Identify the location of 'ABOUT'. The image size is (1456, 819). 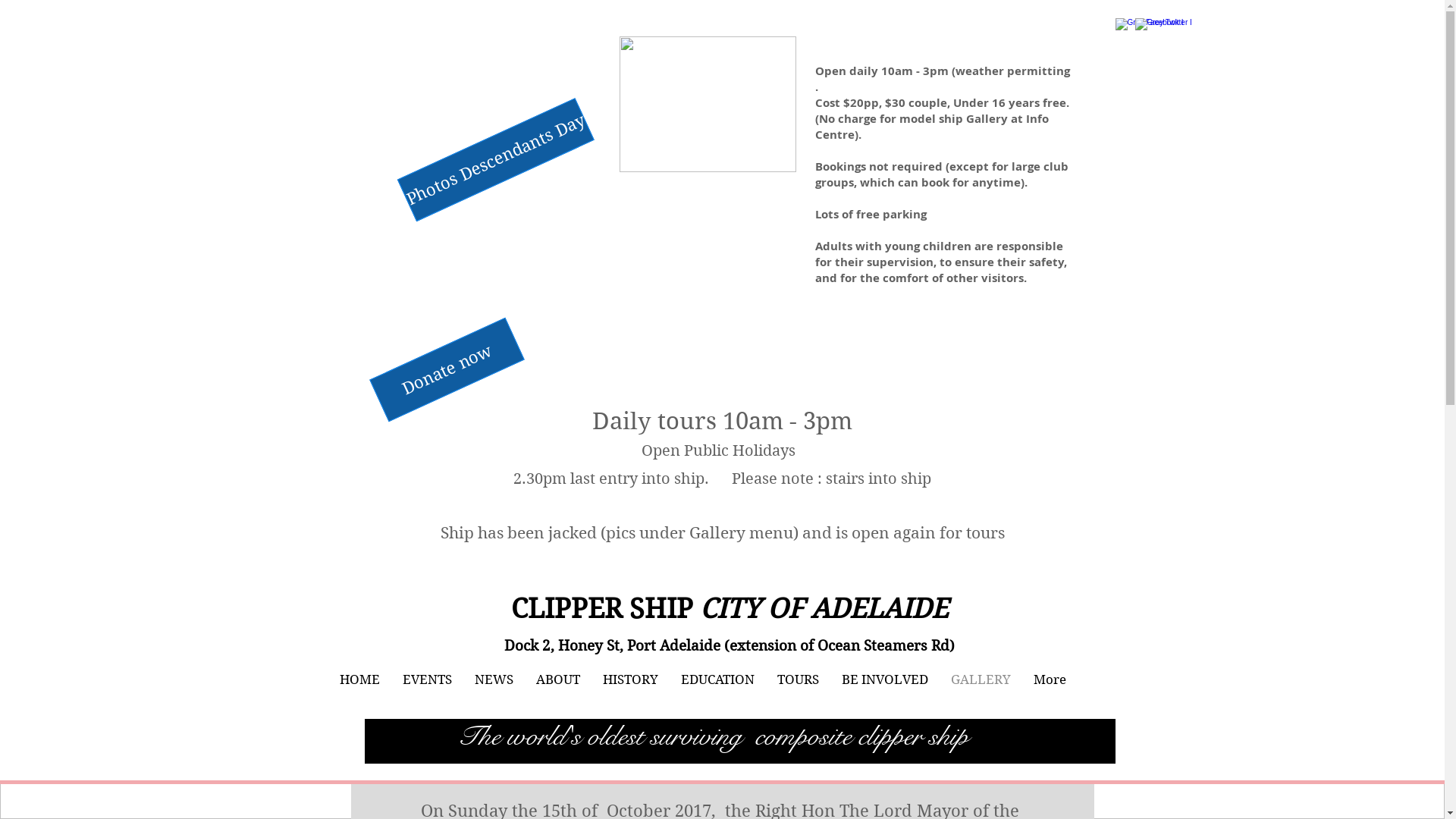
(557, 679).